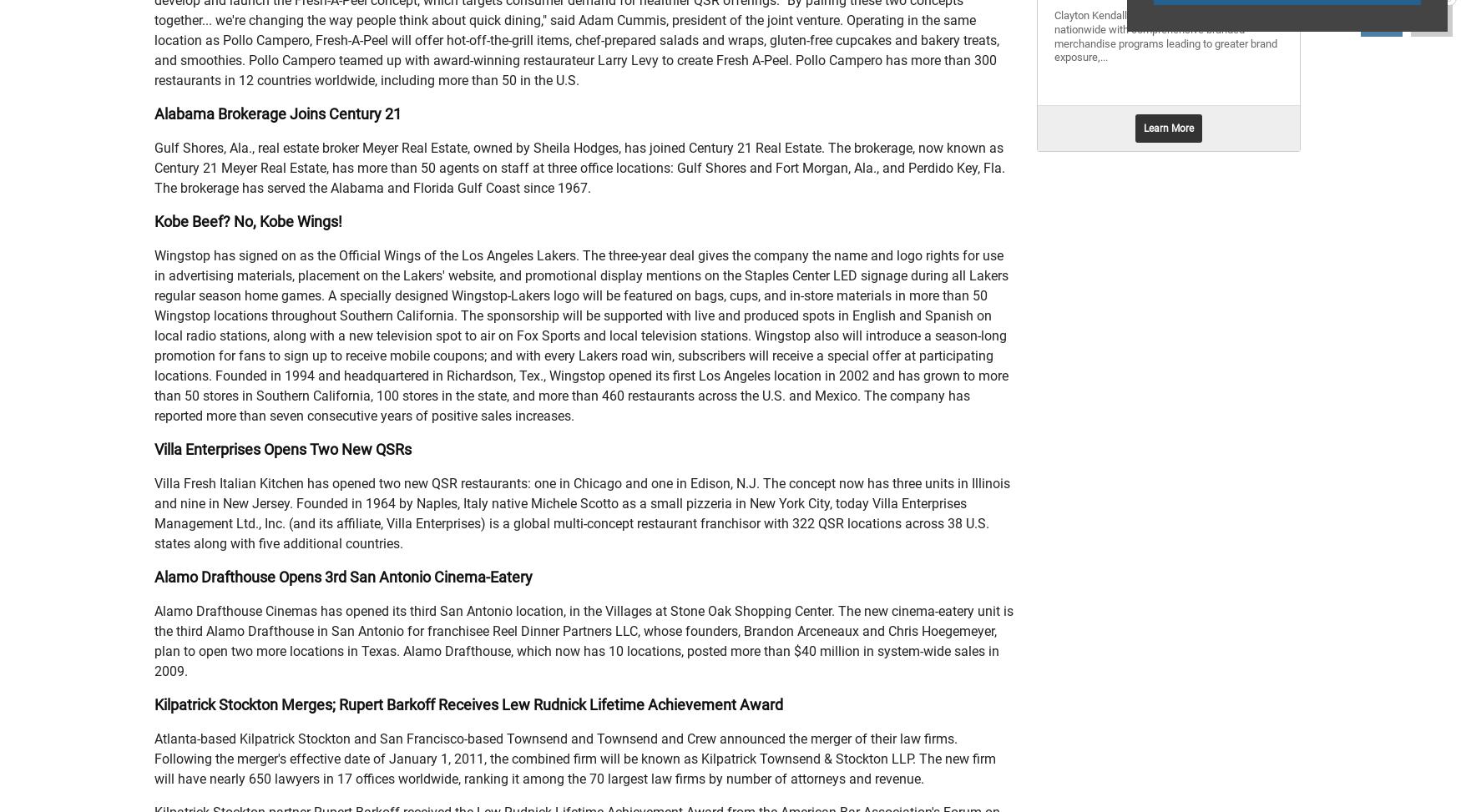  I want to click on 'Kilpatrick Stockton Merges; Rupert Barkoff Receives Lew Rudnick Lifetime Achievement Award', so click(468, 704).